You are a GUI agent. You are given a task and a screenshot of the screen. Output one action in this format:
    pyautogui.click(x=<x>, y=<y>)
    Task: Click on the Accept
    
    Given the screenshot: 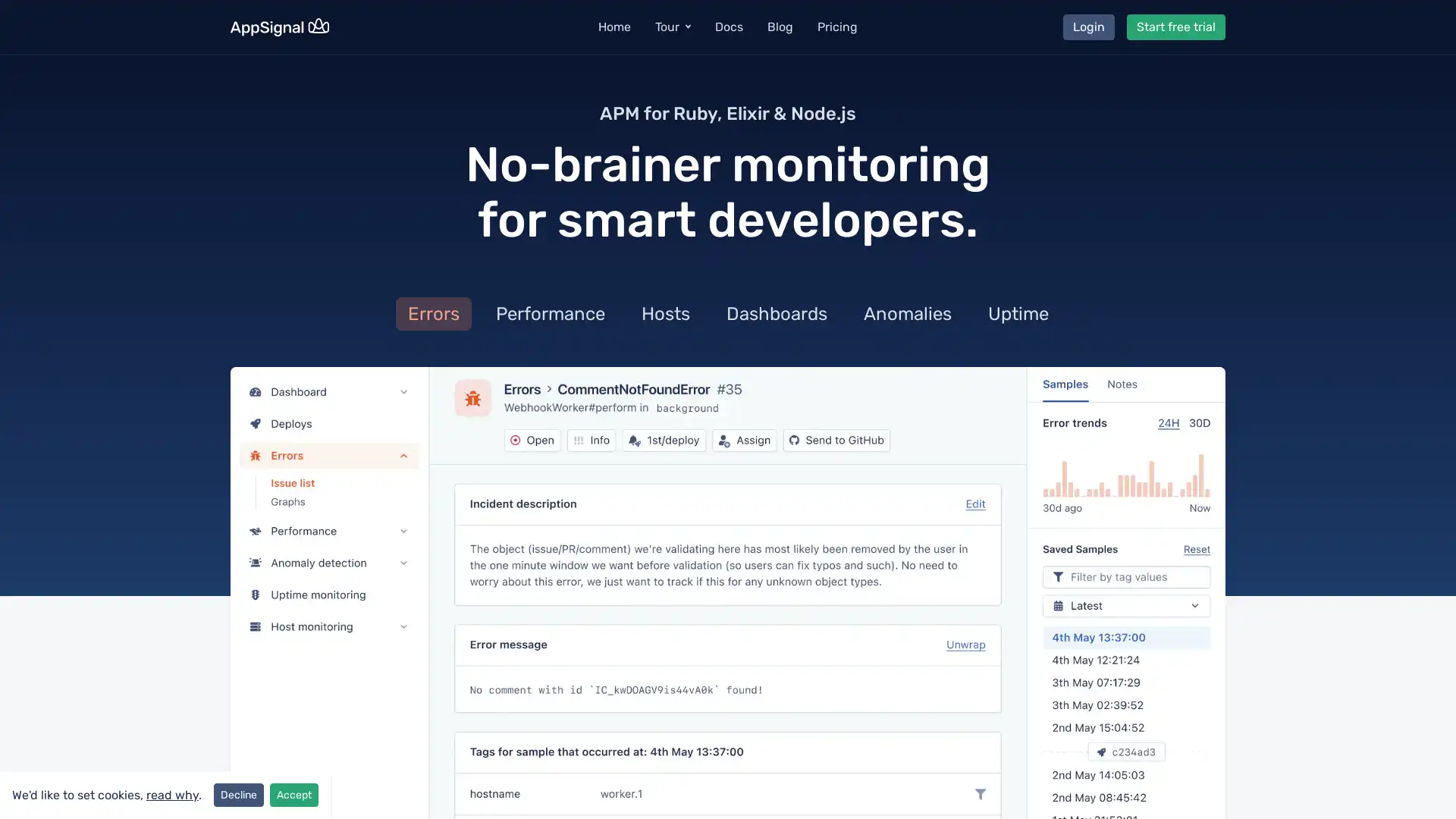 What is the action you would take?
    pyautogui.click(x=294, y=794)
    